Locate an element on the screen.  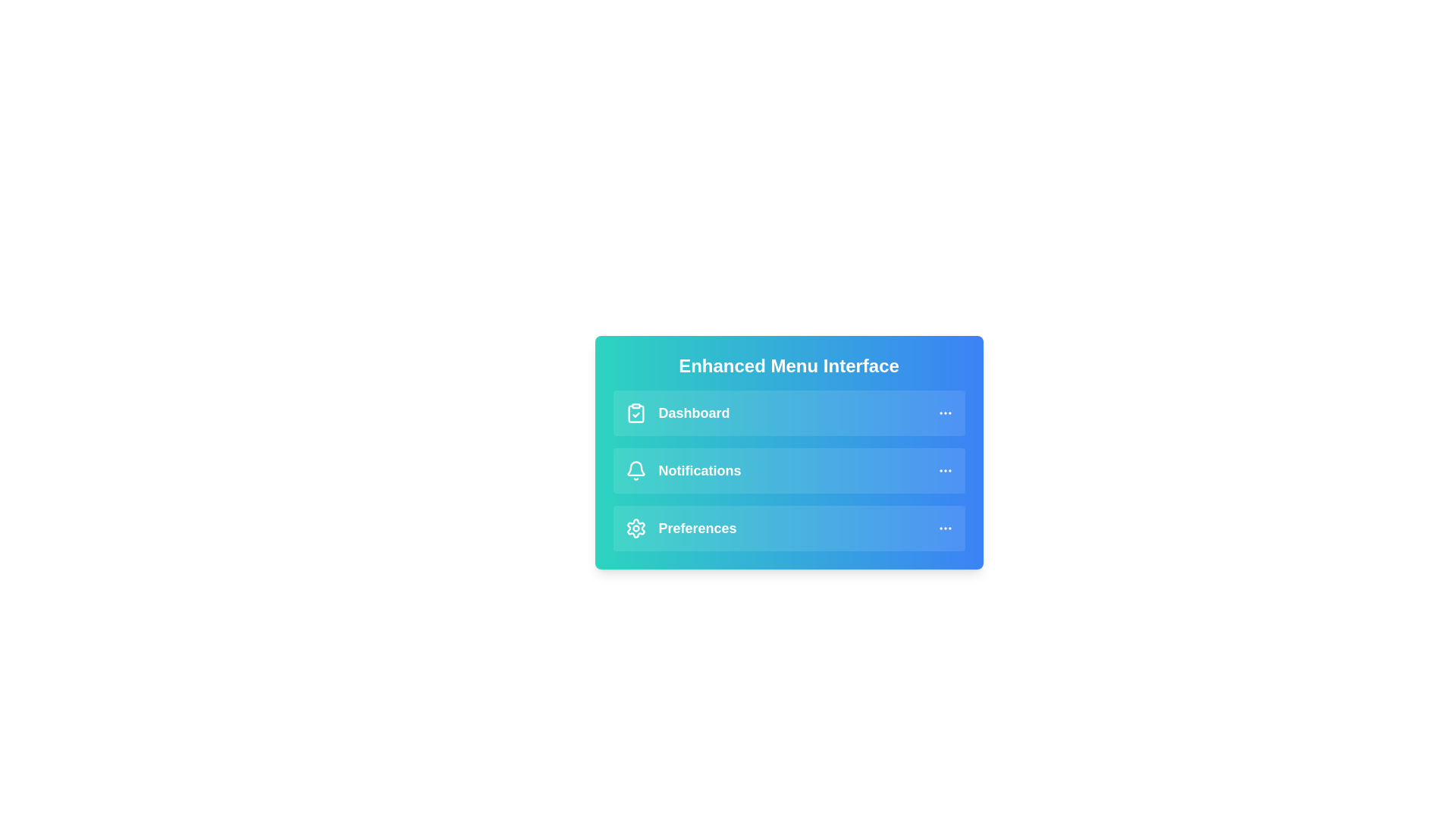
the 'Dashboard' menu item located at the top of the menu, positioned between 'Enhanced Menu Interface' and 'Notifications' is located at coordinates (789, 413).